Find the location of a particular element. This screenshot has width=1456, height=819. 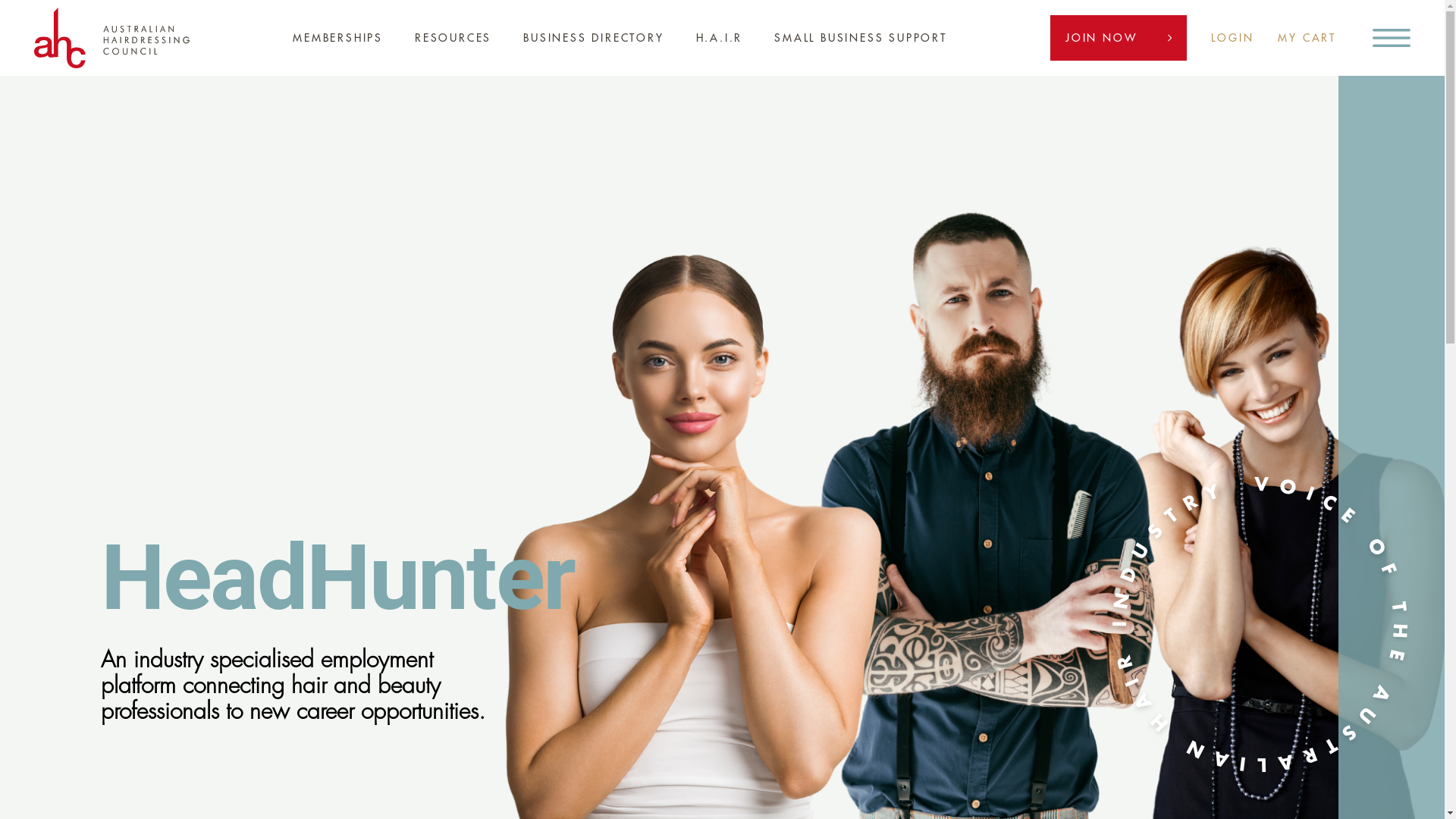

'RESOURCES' is located at coordinates (452, 37).